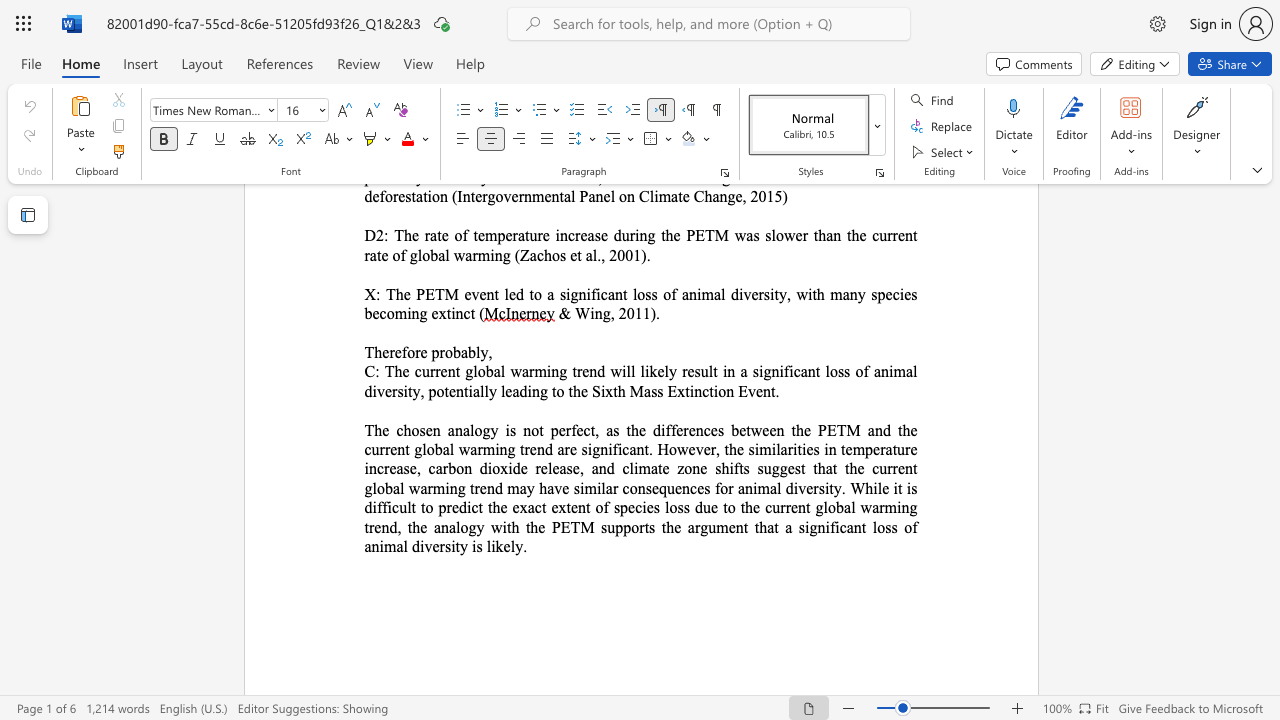  Describe the element at coordinates (792, 488) in the screenshot. I see `the subset text "iversity. While it is di" within the text "significant. However, the similarities in temperature increase, carbon dioxide release, and climate zone shifts suggest that the current global warming trend may have similar consequences for animal diversity. While it is difficult to predict the exact ex"` at that location.